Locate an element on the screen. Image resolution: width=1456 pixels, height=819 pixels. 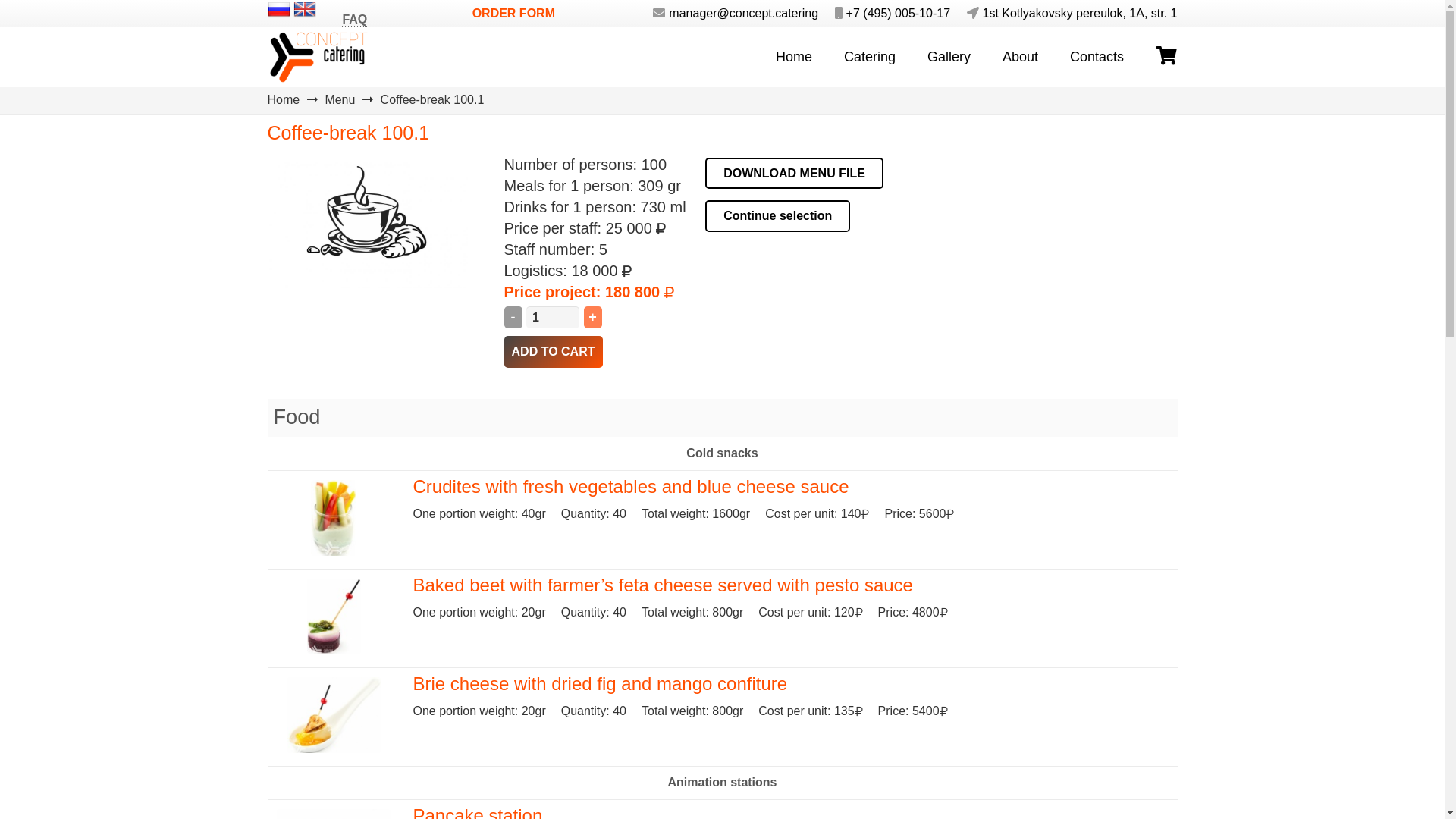
'Menu' is located at coordinates (338, 99).